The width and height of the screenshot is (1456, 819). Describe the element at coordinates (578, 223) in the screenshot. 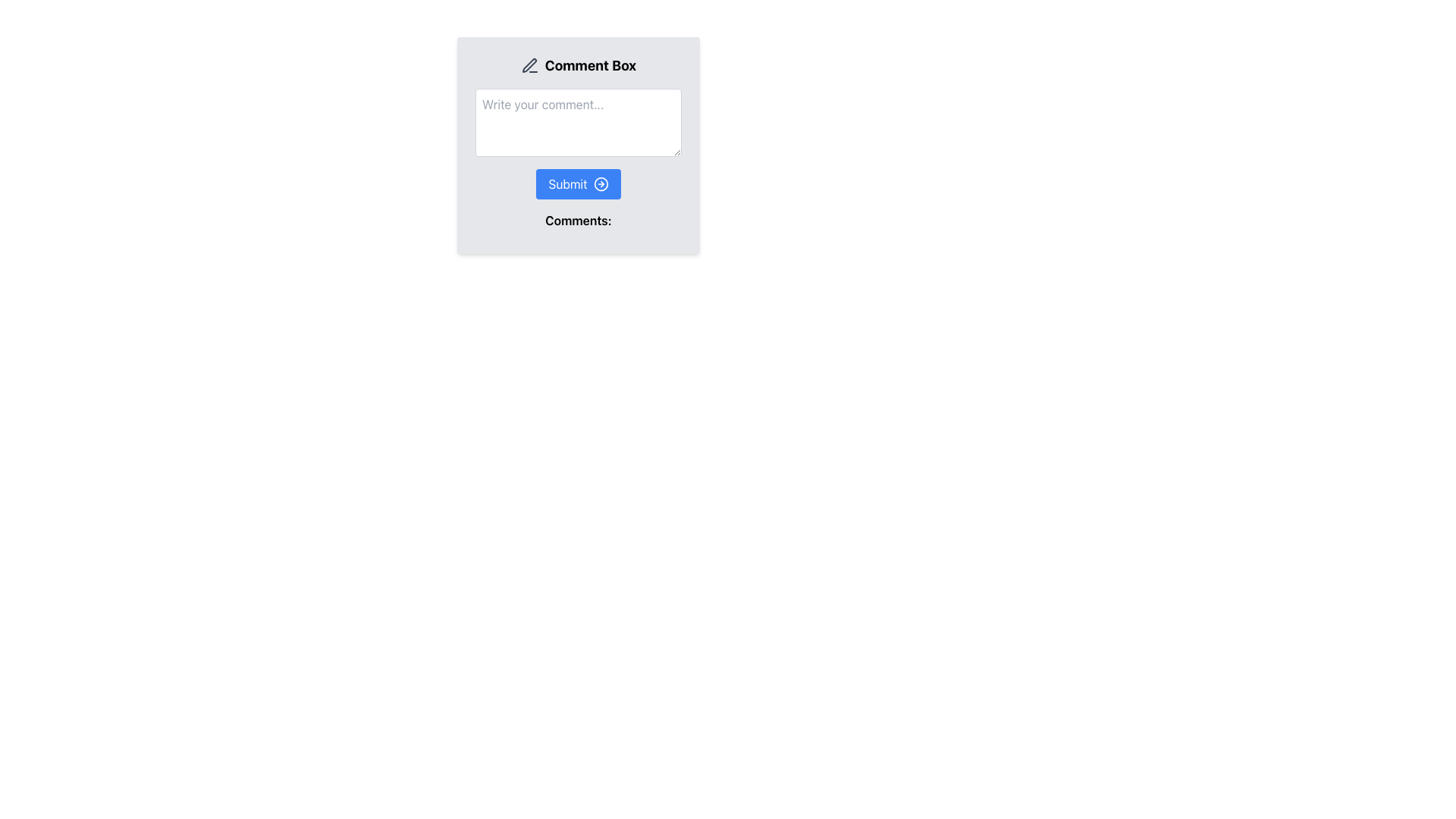

I see `text from the label indicating the section for user comments or feedback located at the bottom margin of the 'Comment Box' interface` at that location.